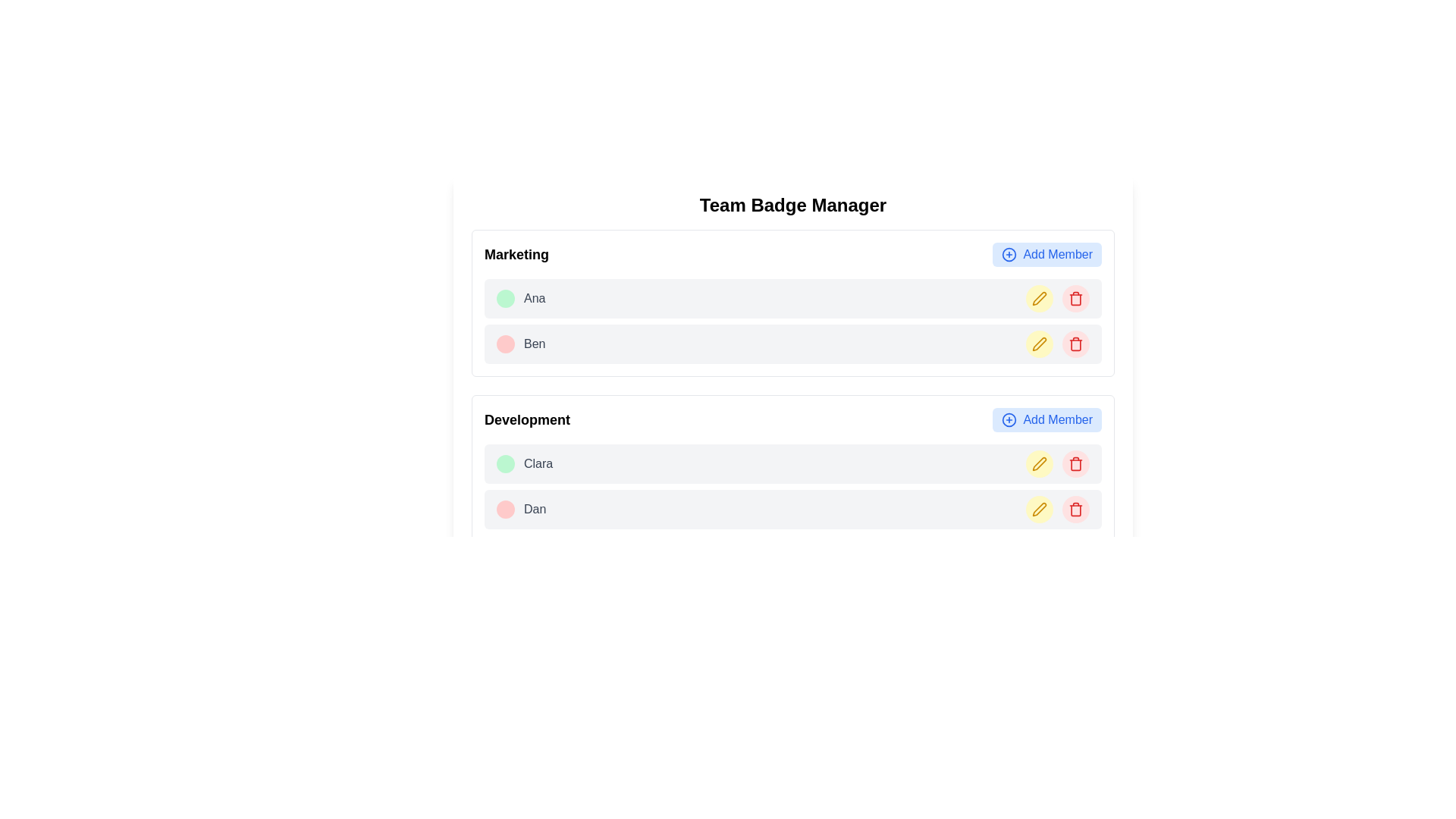 This screenshot has height=819, width=1456. What do you see at coordinates (1039, 509) in the screenshot?
I see `the circular yellow button with a pen icon located next to the member 'Dan' in the 'Development' team section` at bounding box center [1039, 509].